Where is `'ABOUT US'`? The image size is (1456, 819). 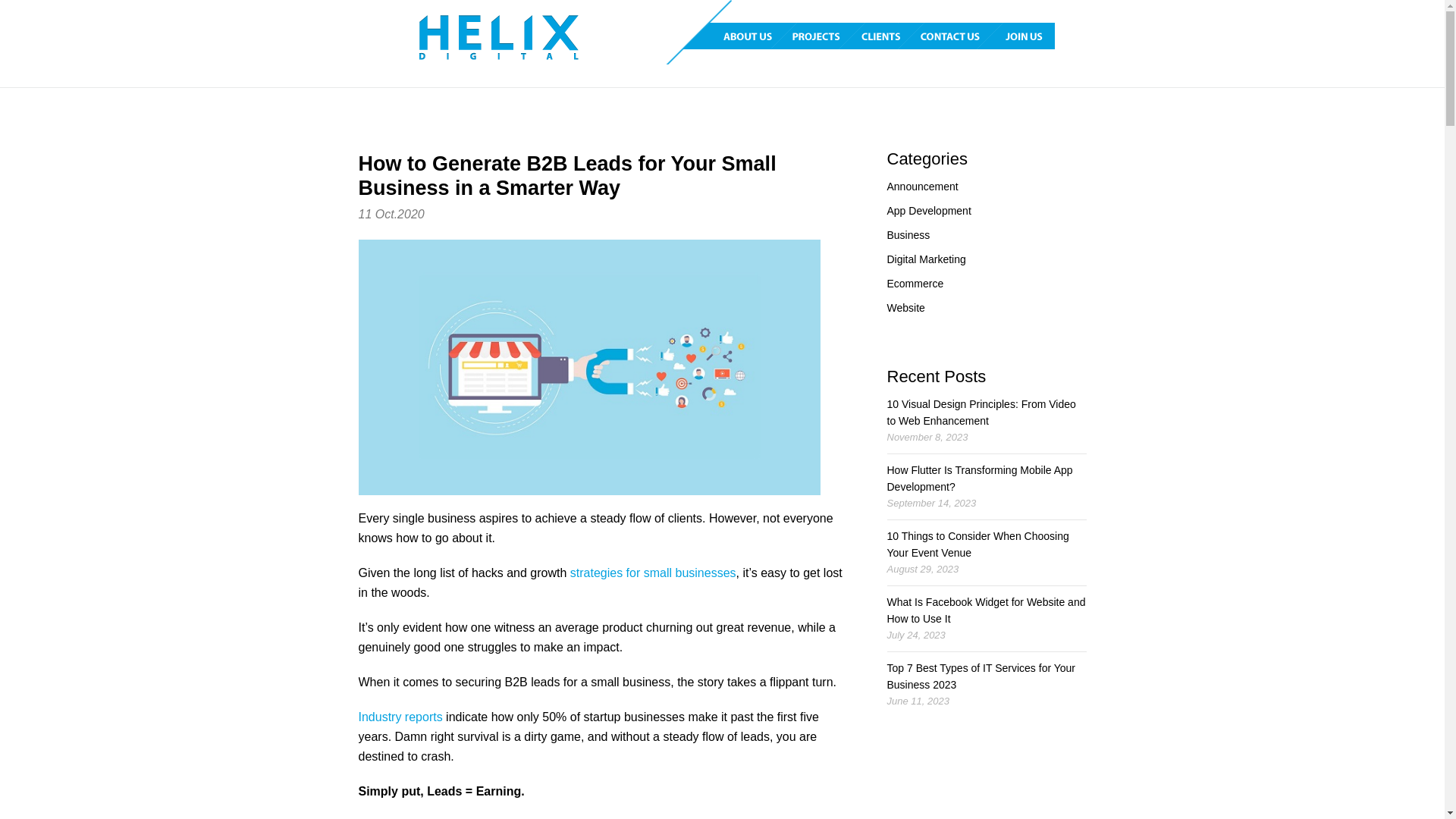
'ABOUT US' is located at coordinates (757, 36).